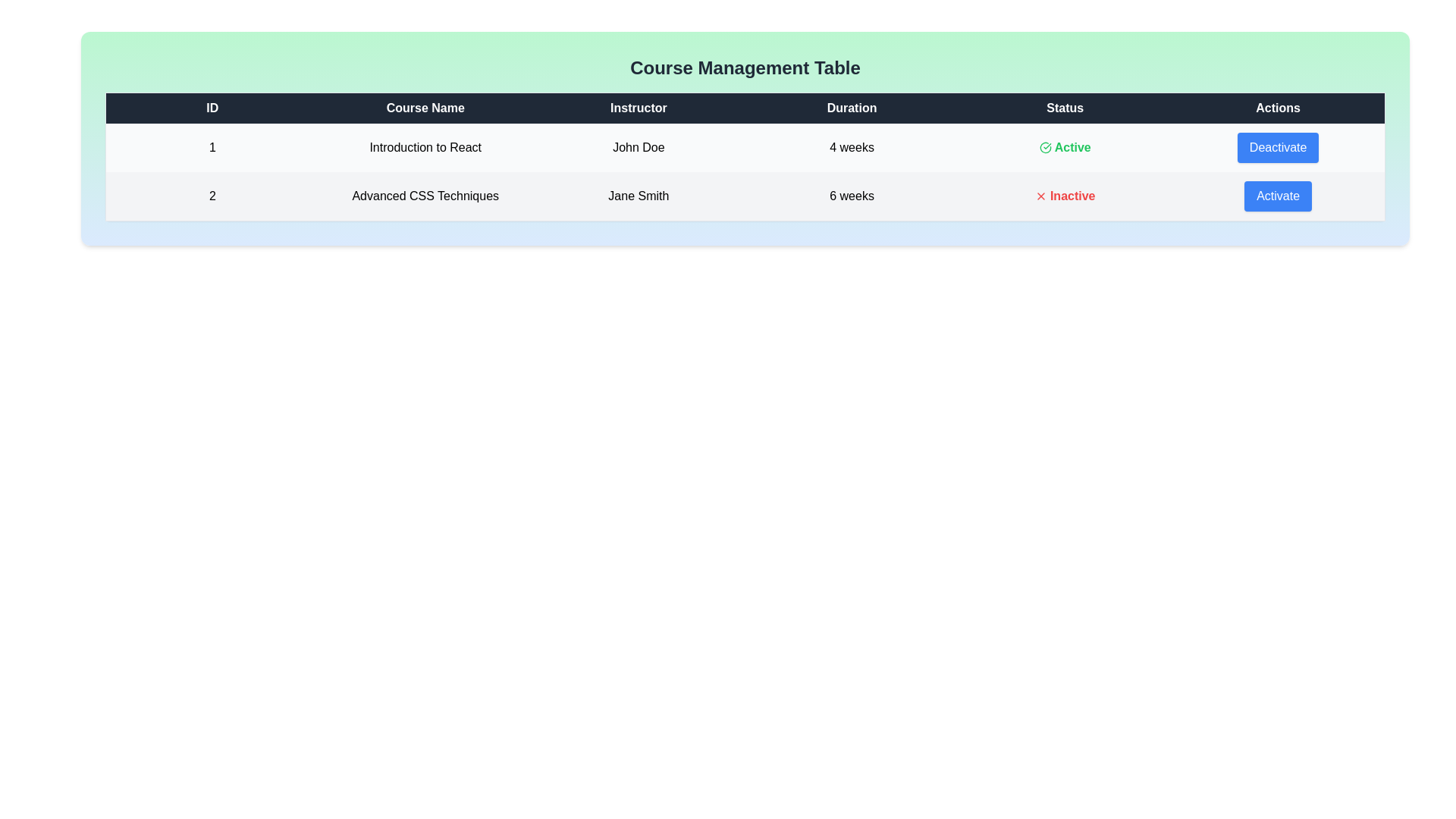  I want to click on the 'Activate' button, which is the last button in the 'Actions' column for the course 'Advanced CSS Techniques', so click(1277, 196).